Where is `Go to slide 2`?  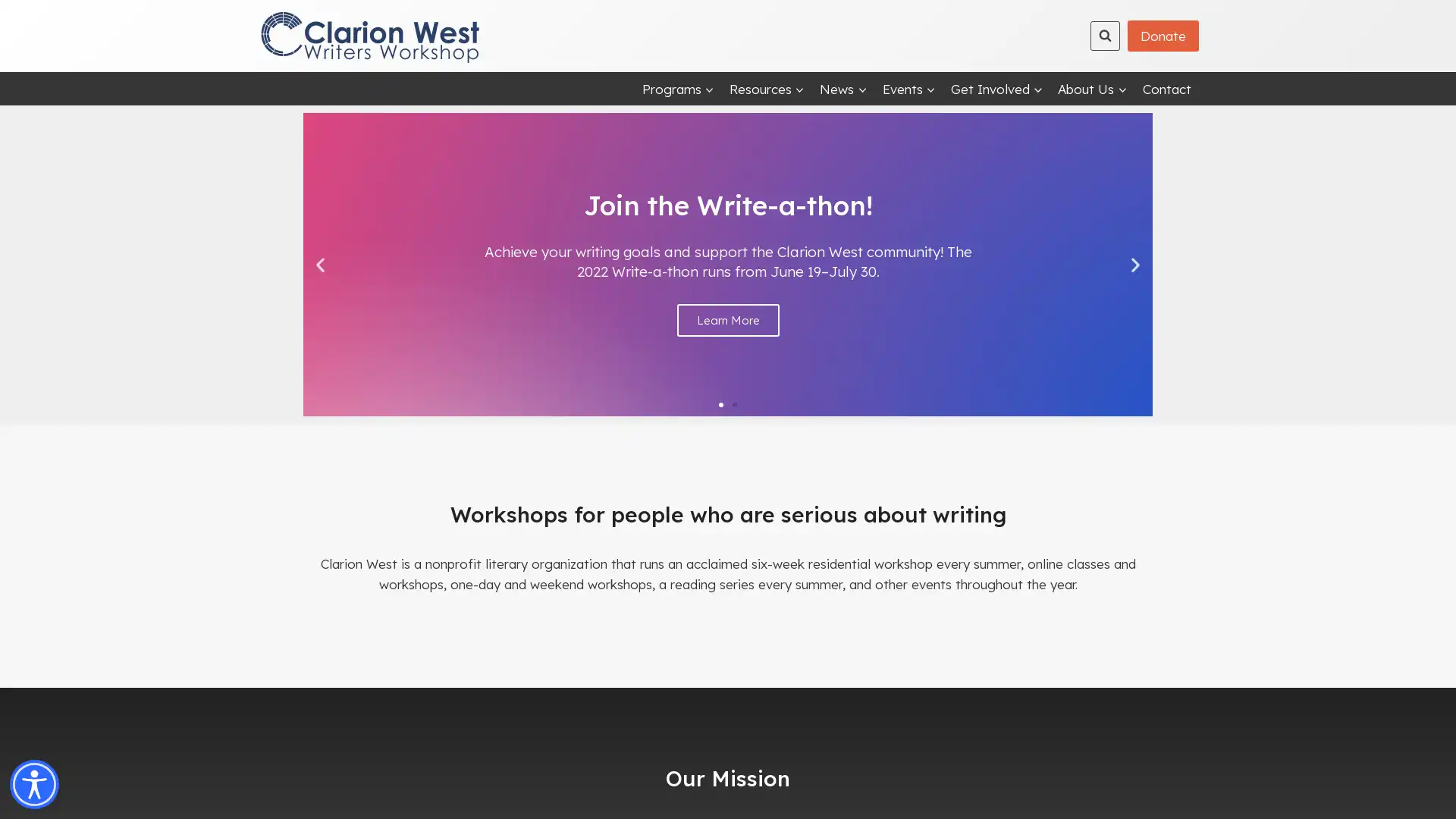
Go to slide 2 is located at coordinates (735, 403).